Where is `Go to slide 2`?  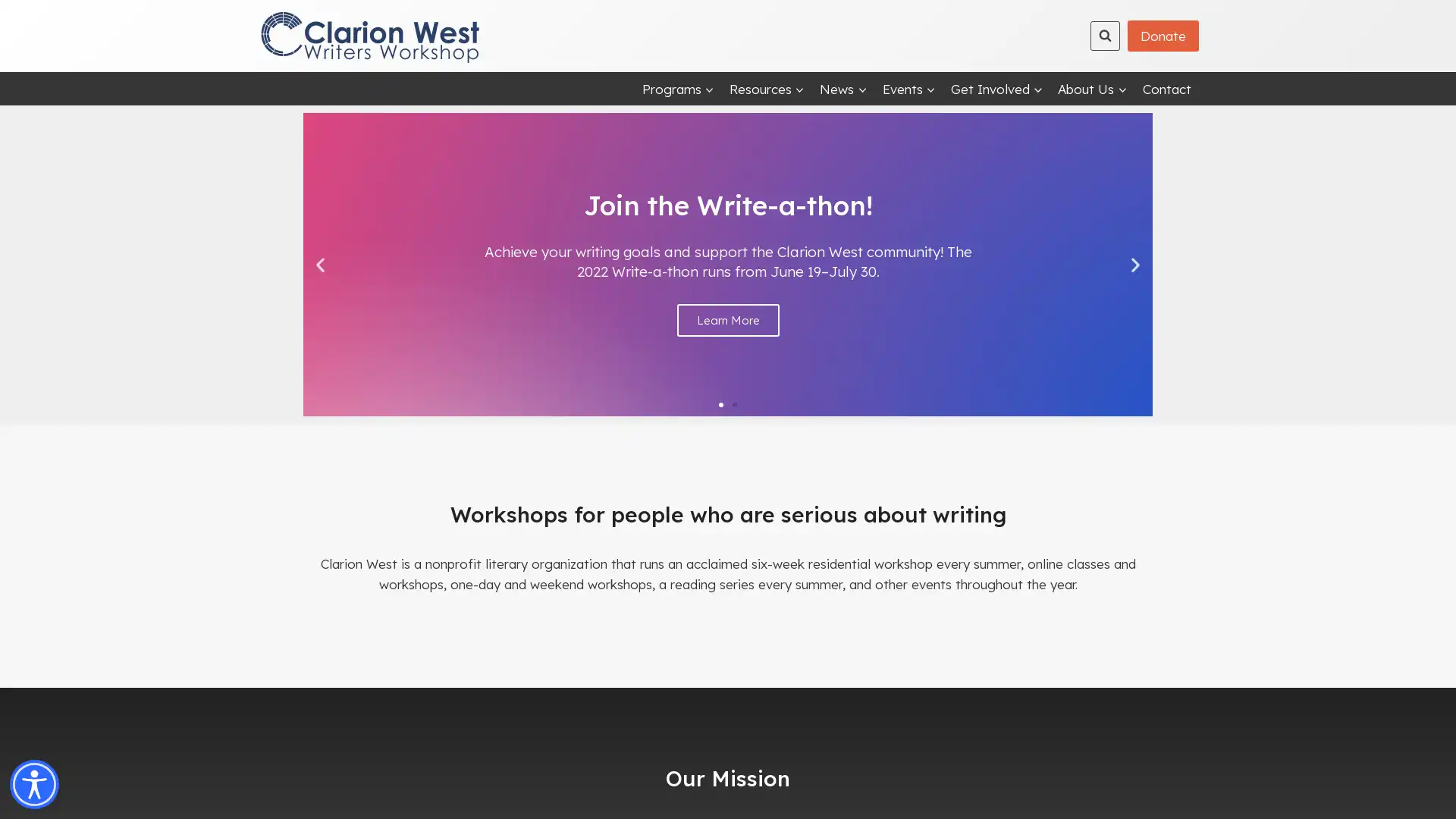
Go to slide 2 is located at coordinates (735, 403).